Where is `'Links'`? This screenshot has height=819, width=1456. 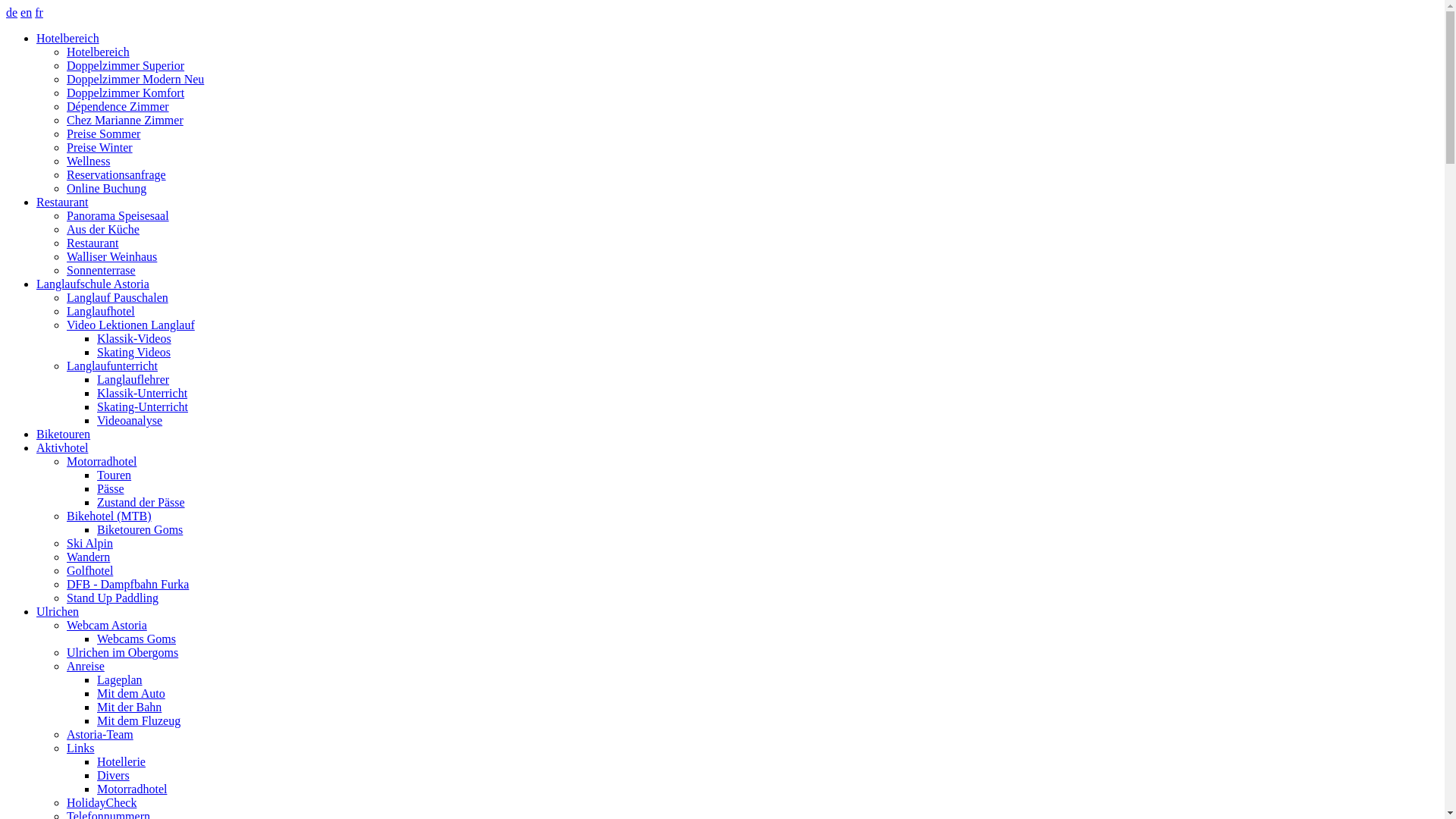 'Links' is located at coordinates (79, 747).